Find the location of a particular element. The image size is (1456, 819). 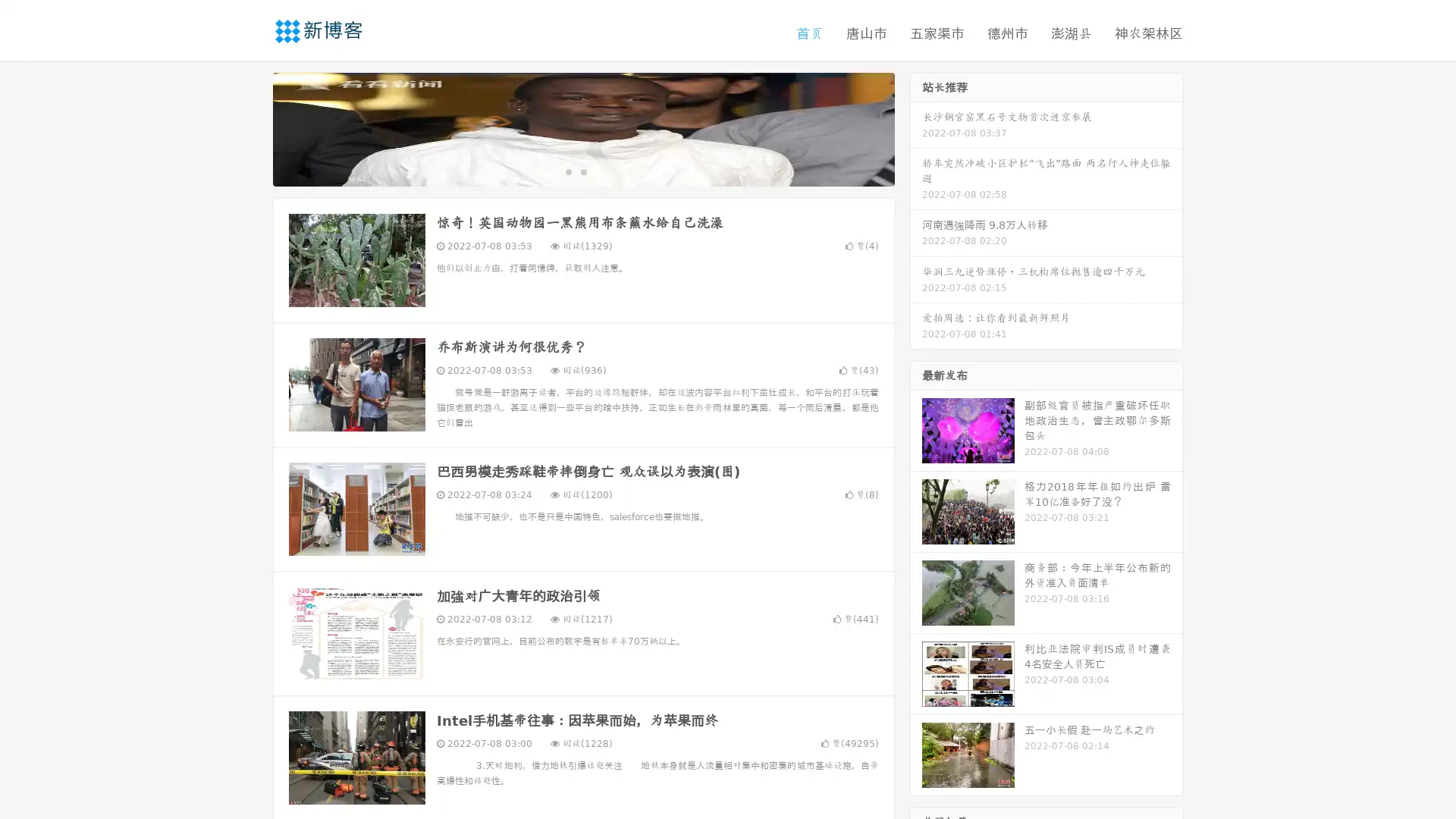

Previous slide is located at coordinates (250, 127).